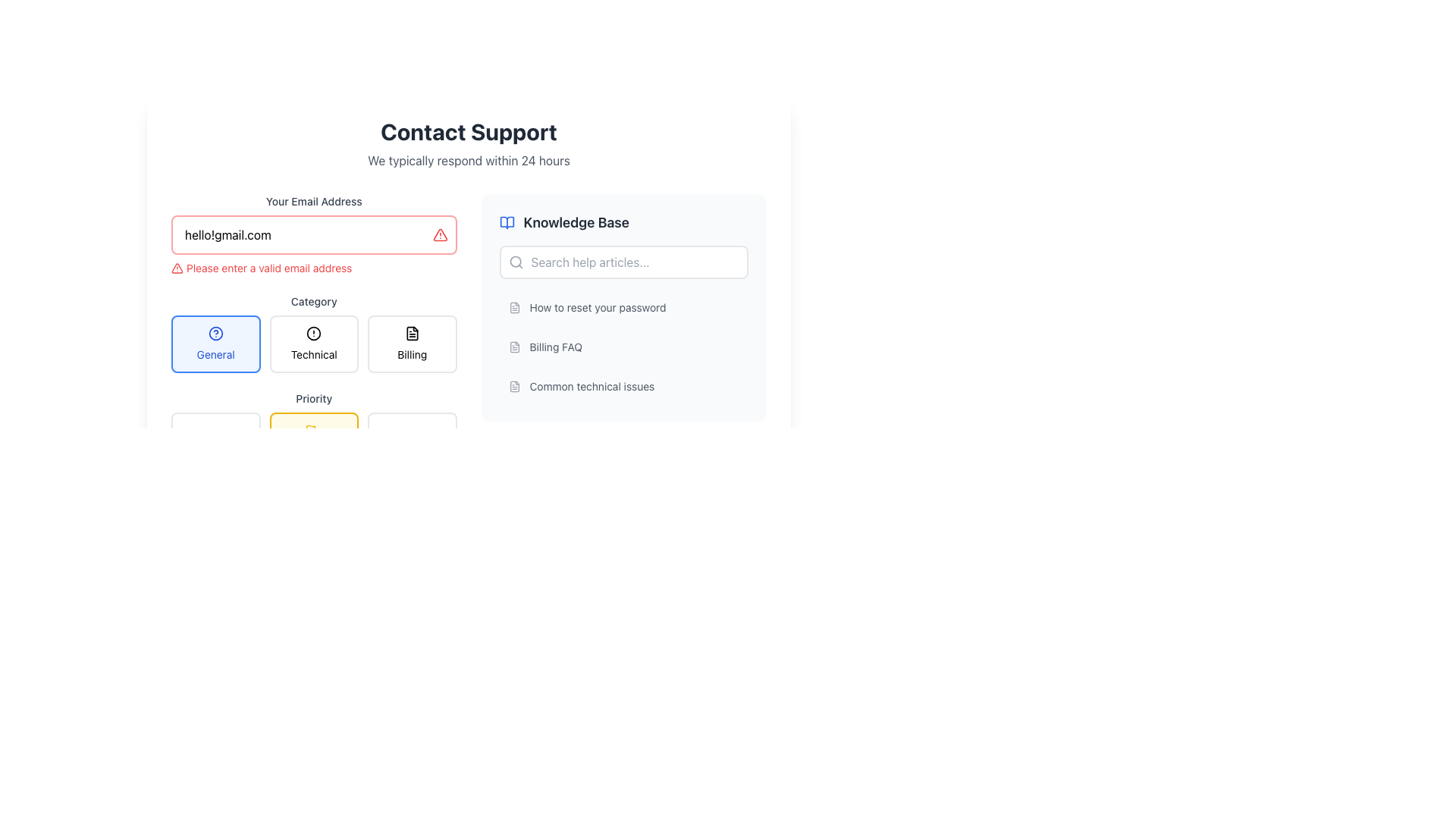 The height and width of the screenshot is (819, 1456). I want to click on text displayed on the 'General' text label, which serves as a label for the selectable 'General' category button located in the 'Category' section below the email input field, so click(215, 354).